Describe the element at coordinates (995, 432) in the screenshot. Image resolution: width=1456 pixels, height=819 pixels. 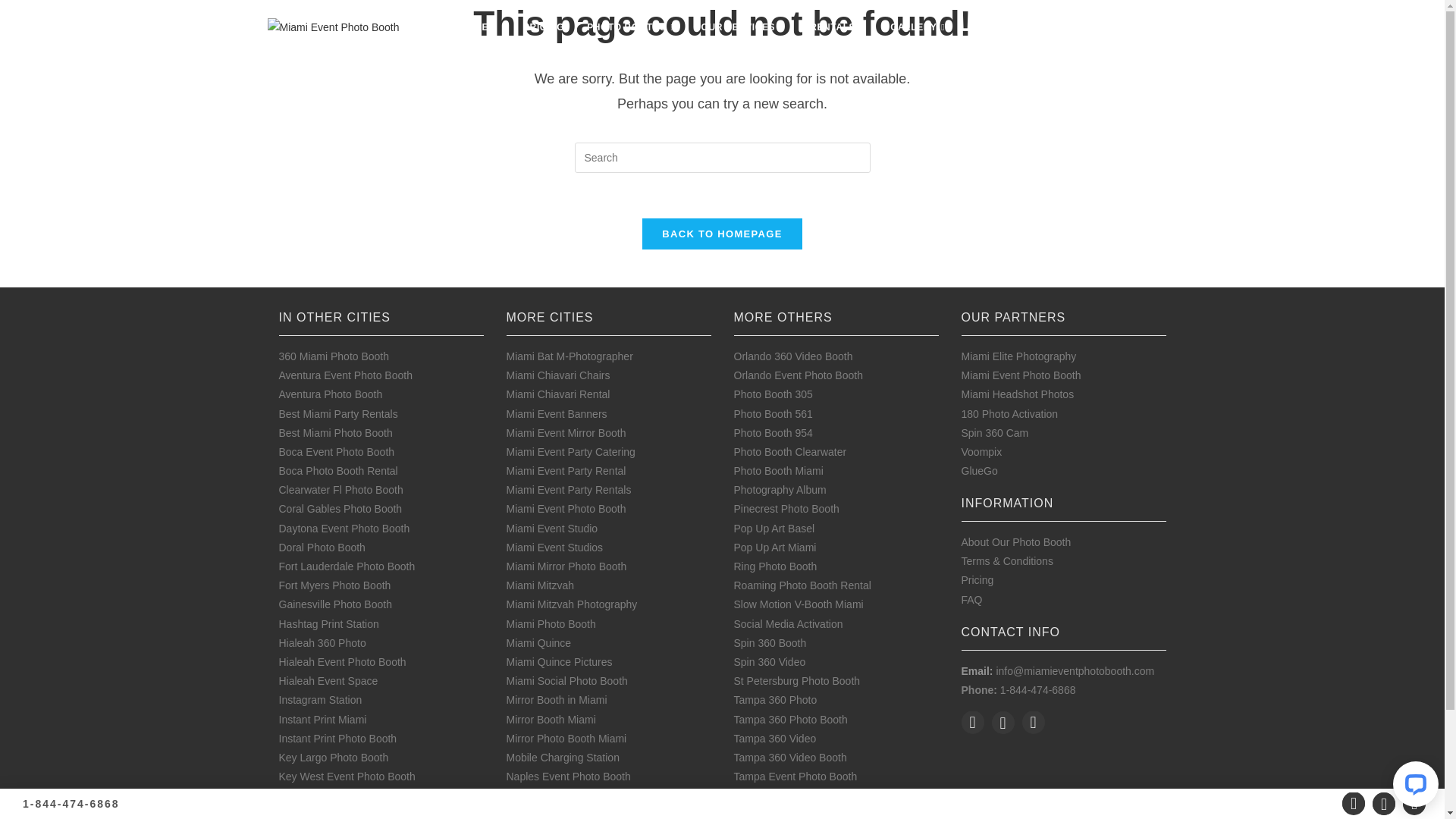
I see `'Spin 360 Cam'` at that location.